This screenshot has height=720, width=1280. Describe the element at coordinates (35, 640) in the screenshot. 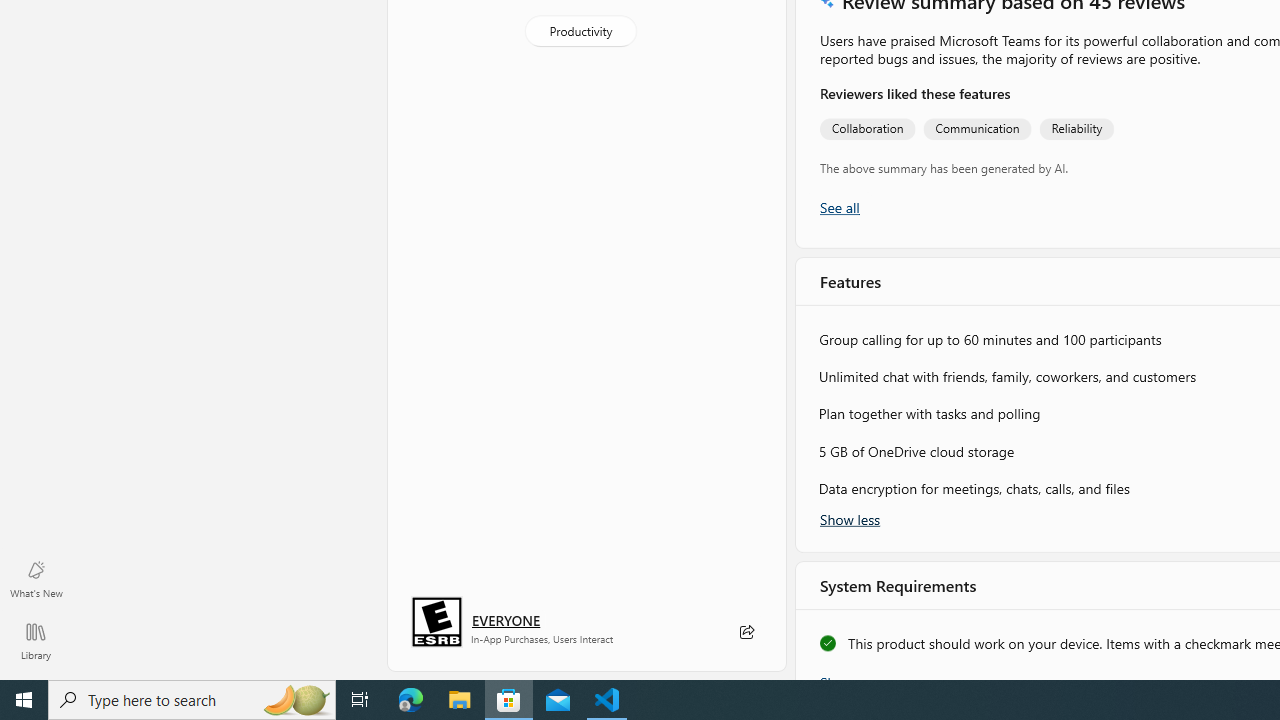

I see `'Library'` at that location.